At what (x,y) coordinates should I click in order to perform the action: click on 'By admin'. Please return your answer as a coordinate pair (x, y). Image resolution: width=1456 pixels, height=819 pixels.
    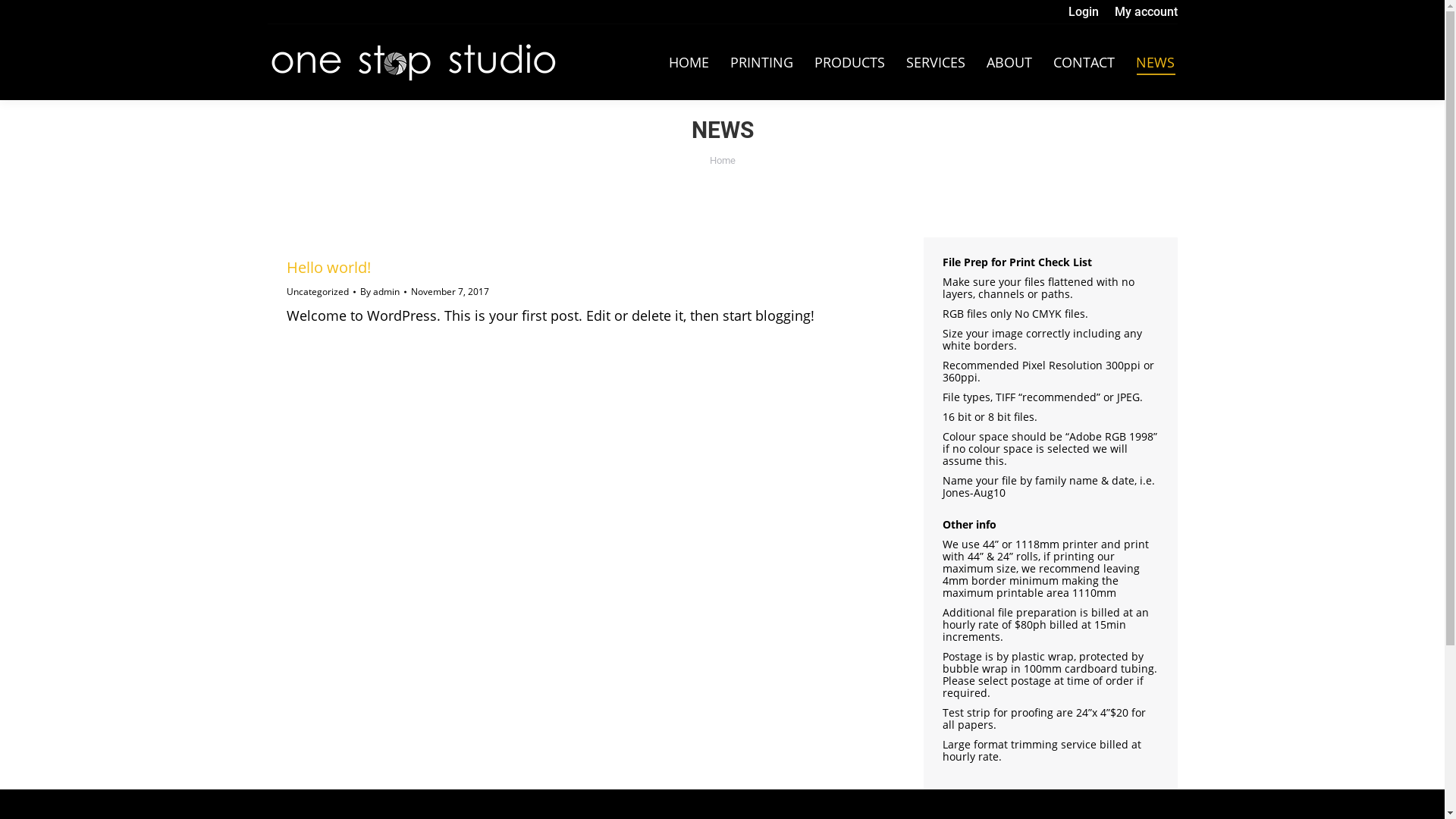
    Looking at the image, I should click on (382, 292).